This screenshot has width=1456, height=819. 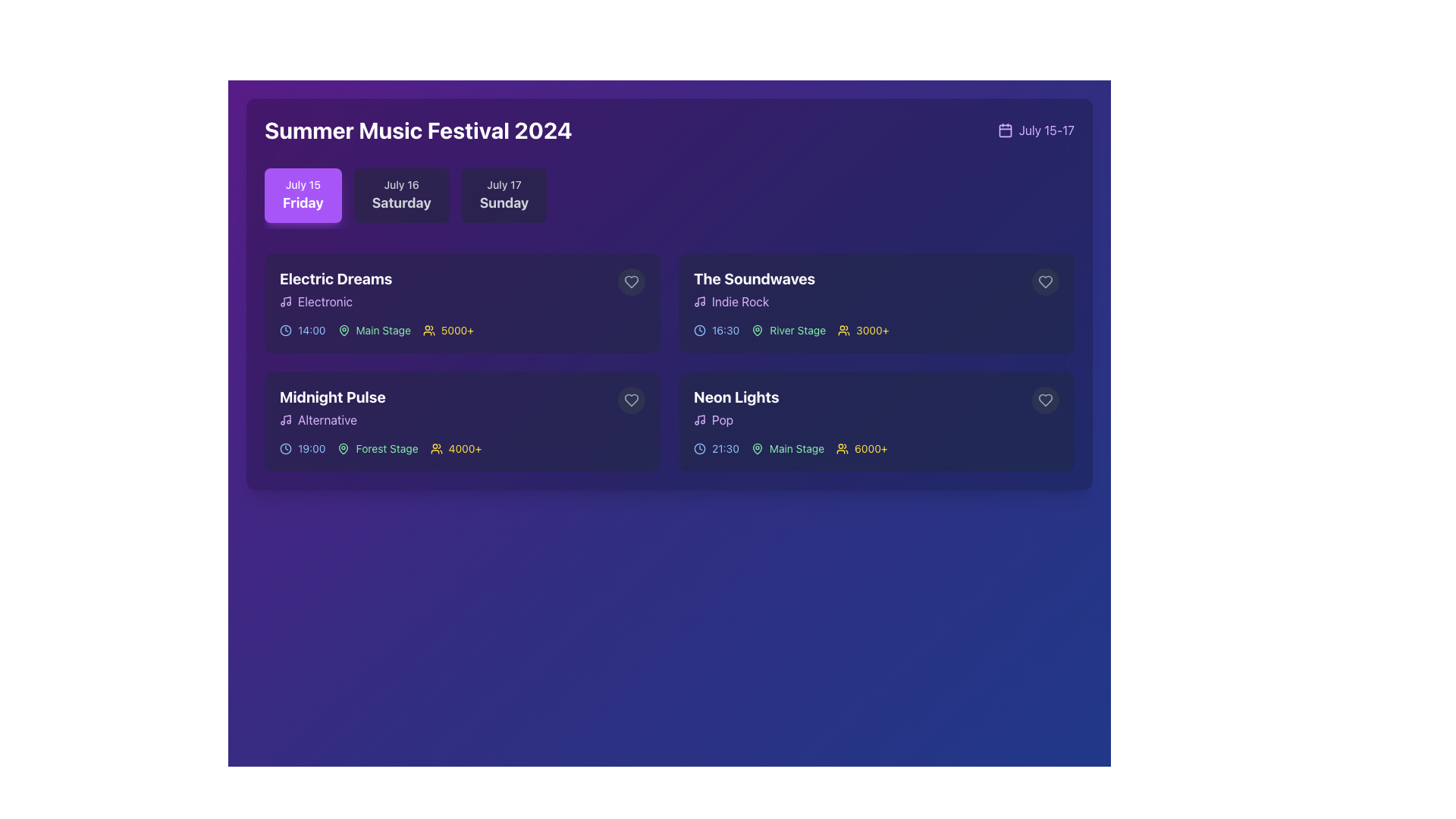 I want to click on the map pin icon located to the left of the 'River Stage' text, which serves as a visual marker for a geographic location, so click(x=758, y=329).